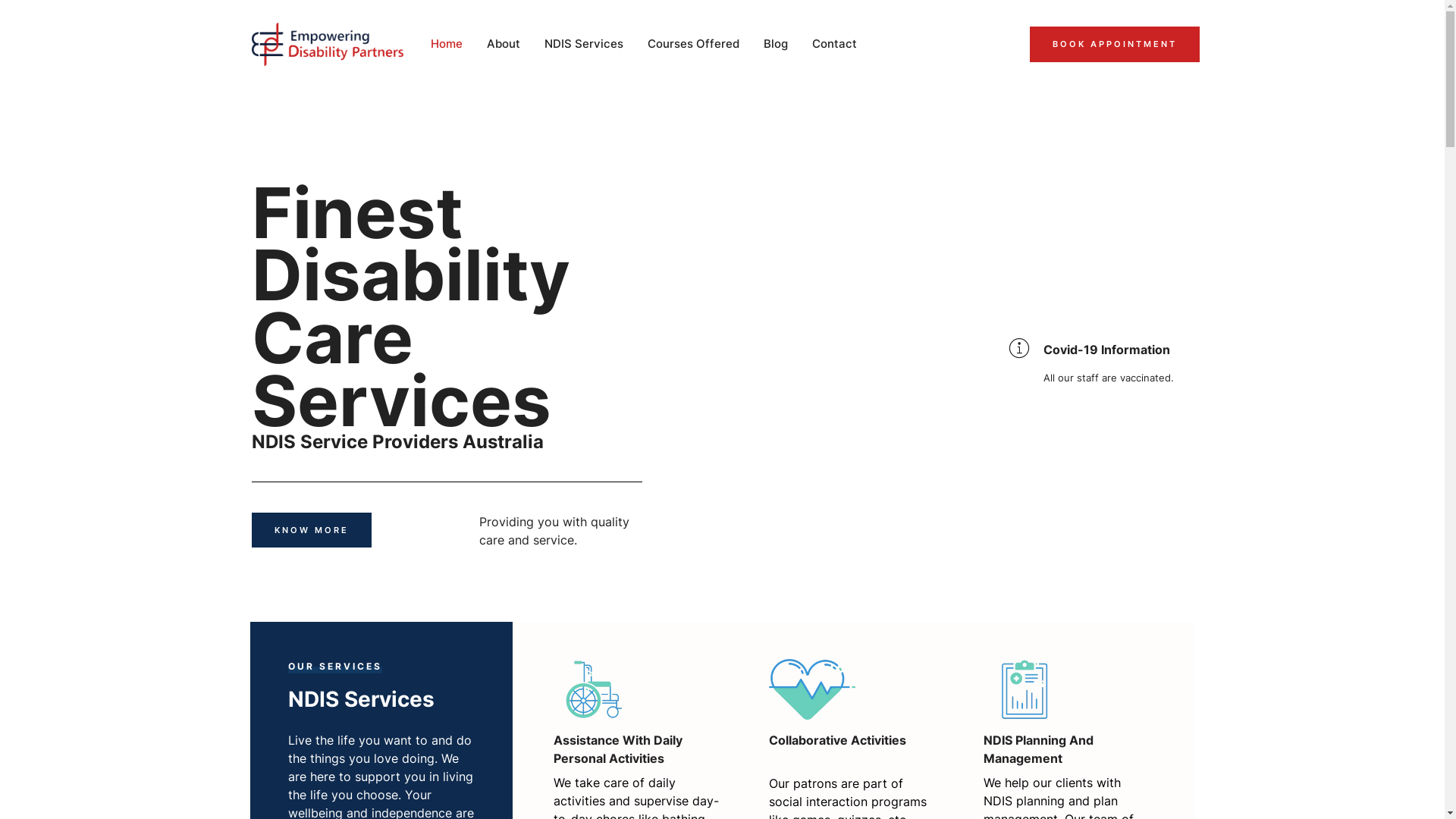 This screenshot has width=1456, height=819. I want to click on 'Contact', so click(836, 43).